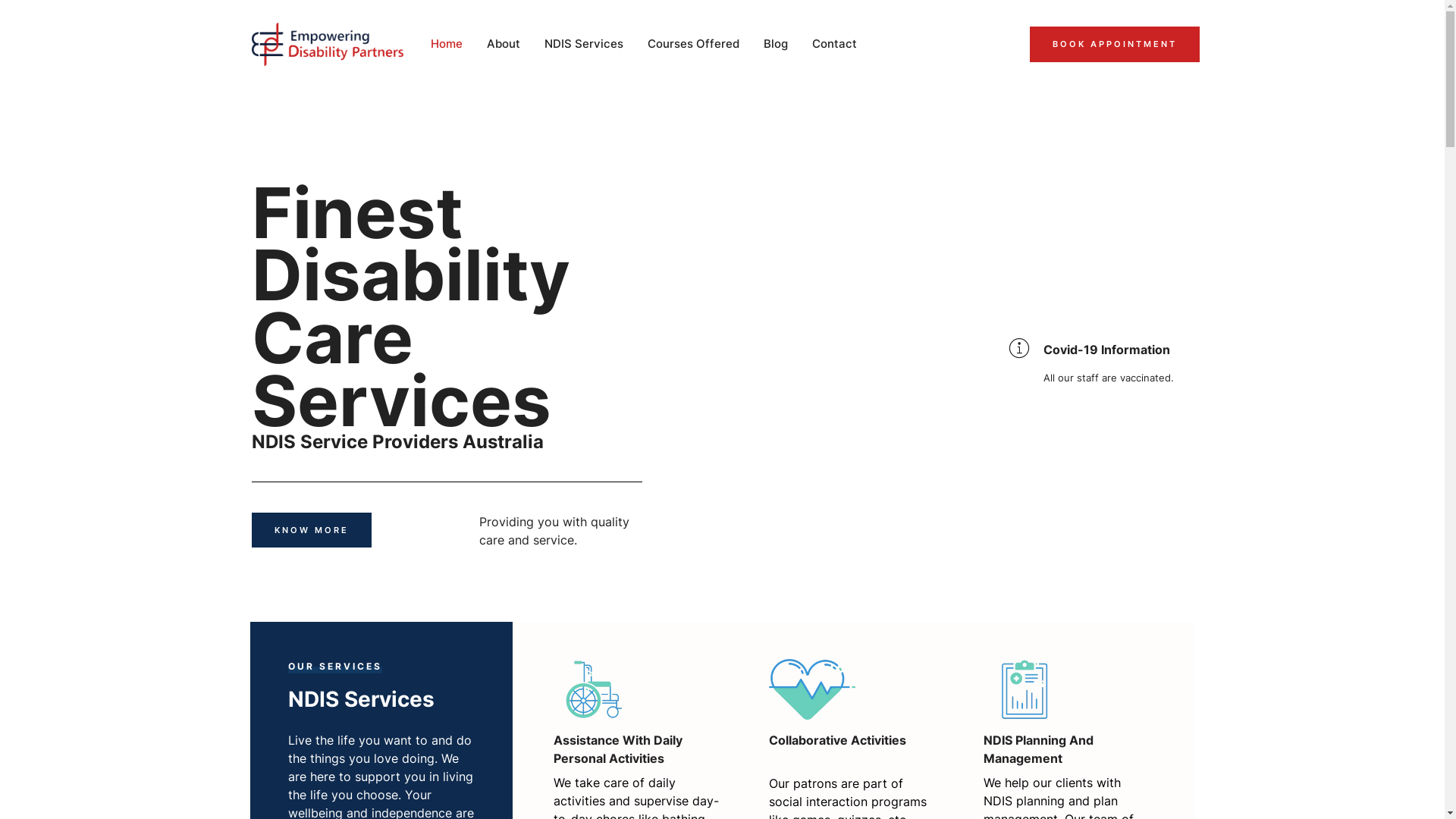 This screenshot has width=1456, height=819. I want to click on 'Contact', so click(836, 43).